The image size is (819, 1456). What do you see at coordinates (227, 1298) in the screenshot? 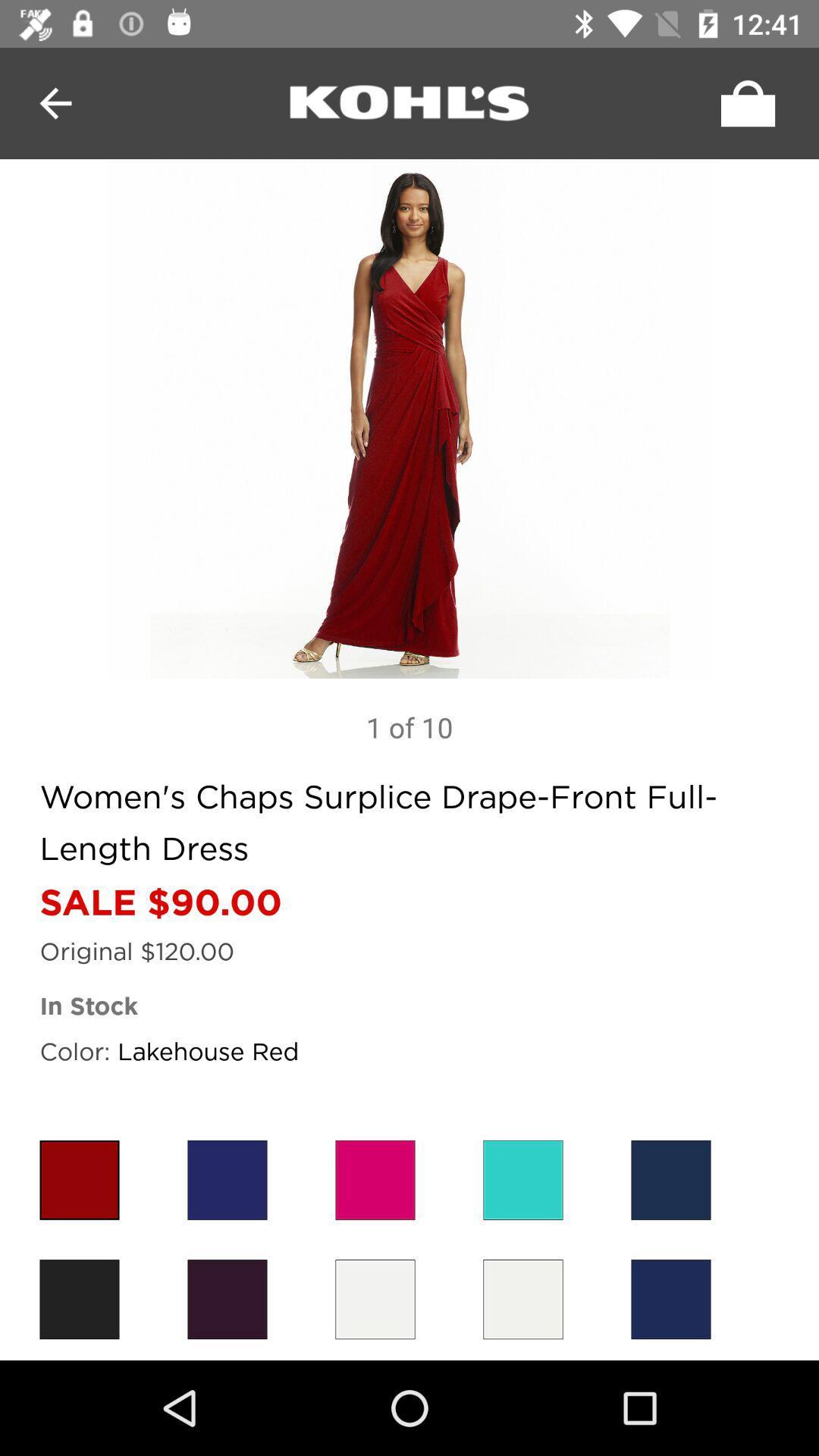
I see `dress color violet` at bounding box center [227, 1298].